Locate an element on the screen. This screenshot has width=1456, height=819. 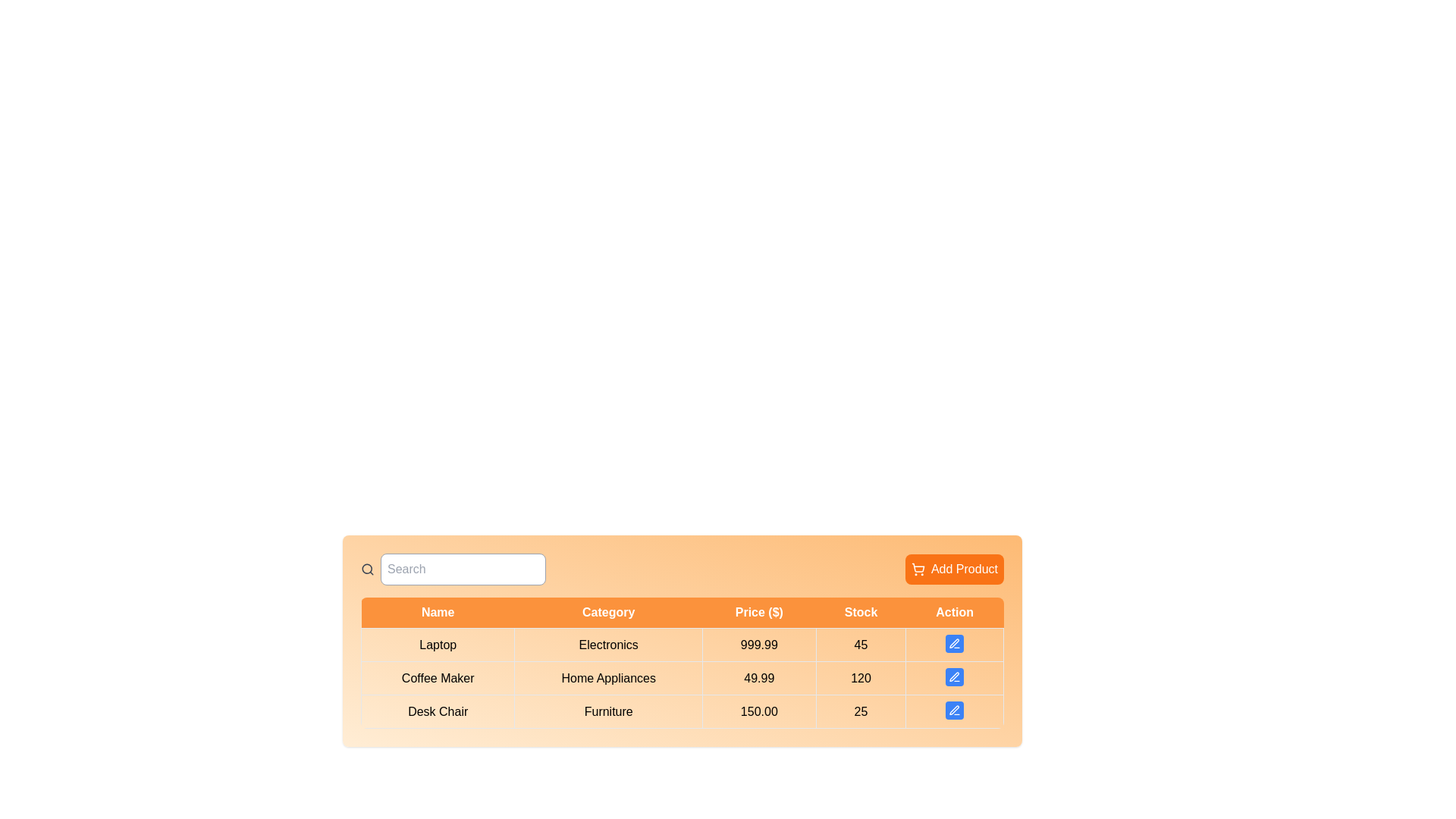
the pen icon within the blue button in the Action column of the first row associated with the Laptop item is located at coordinates (954, 643).